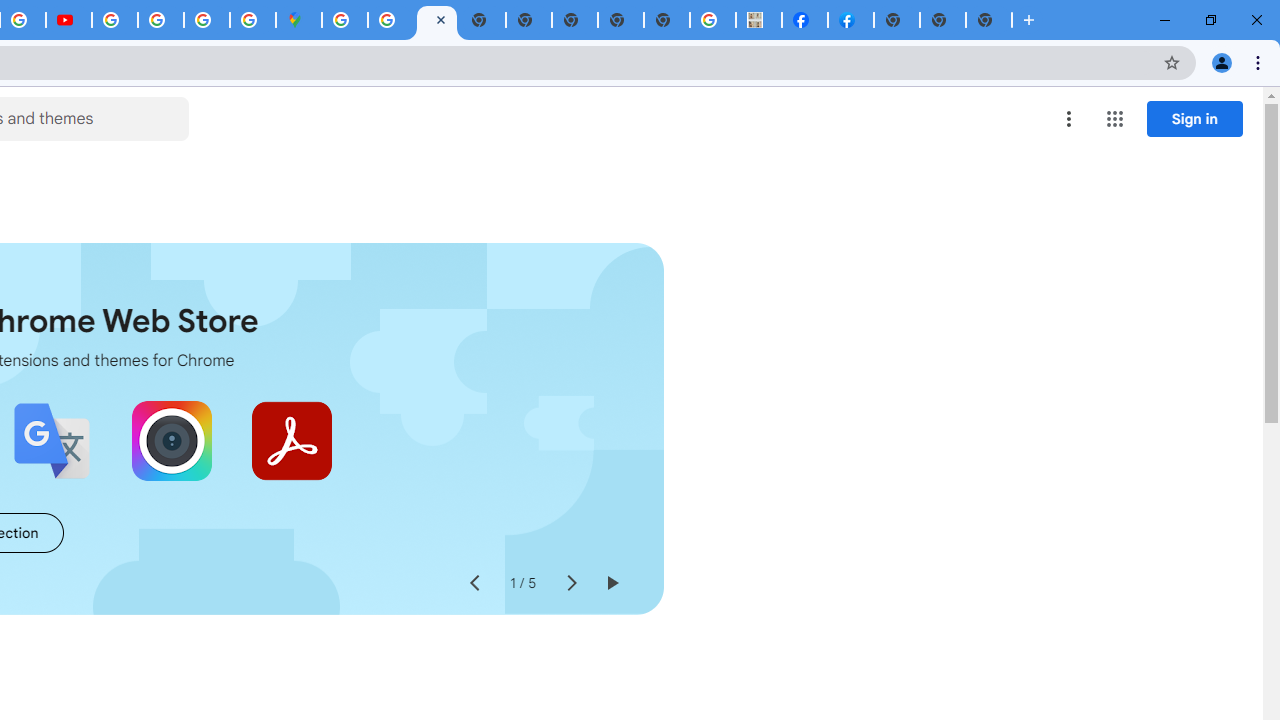  What do you see at coordinates (473, 583) in the screenshot?
I see `'Previous slide'` at bounding box center [473, 583].